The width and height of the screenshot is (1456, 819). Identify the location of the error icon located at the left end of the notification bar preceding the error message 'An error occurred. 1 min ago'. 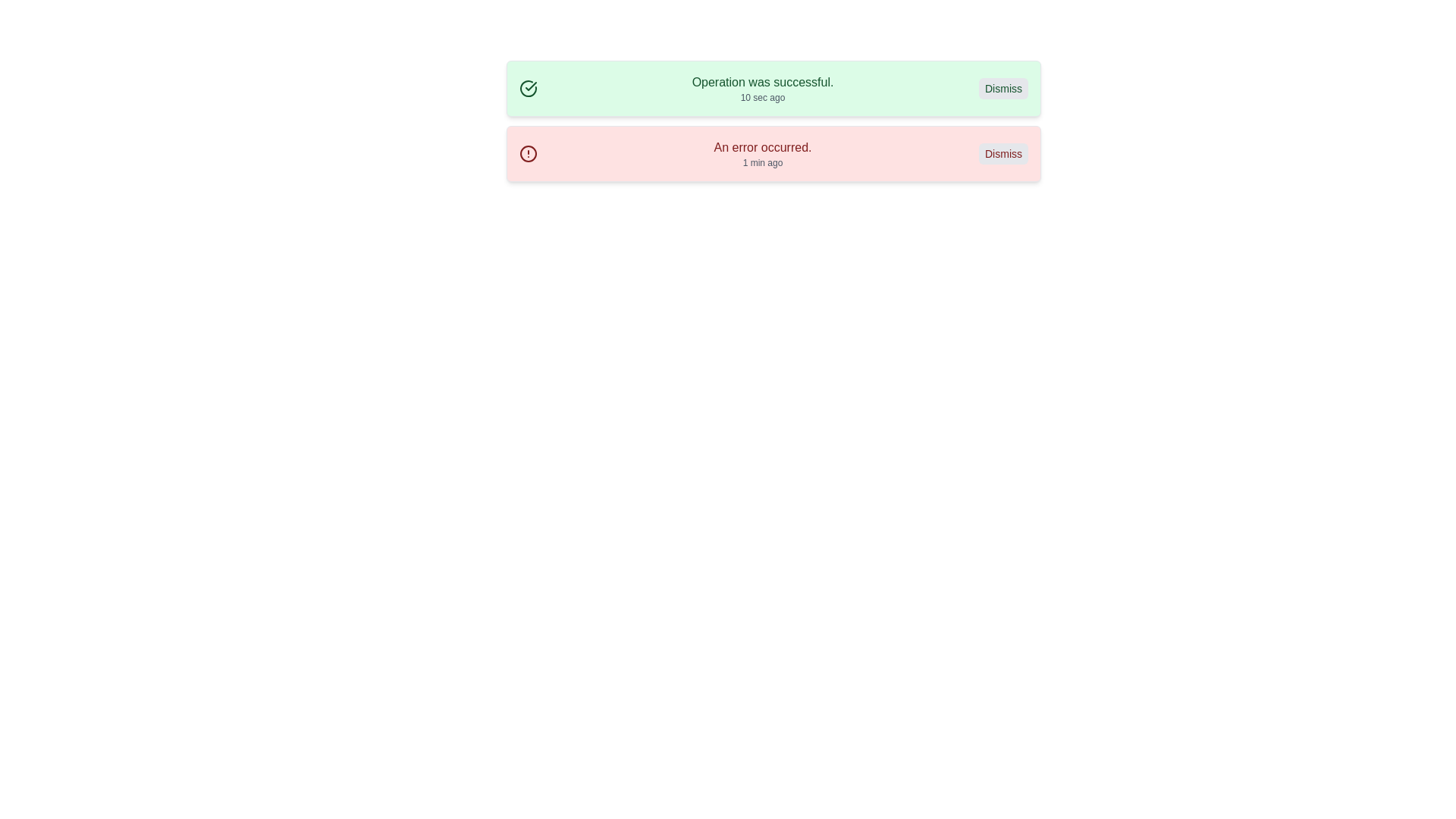
(528, 154).